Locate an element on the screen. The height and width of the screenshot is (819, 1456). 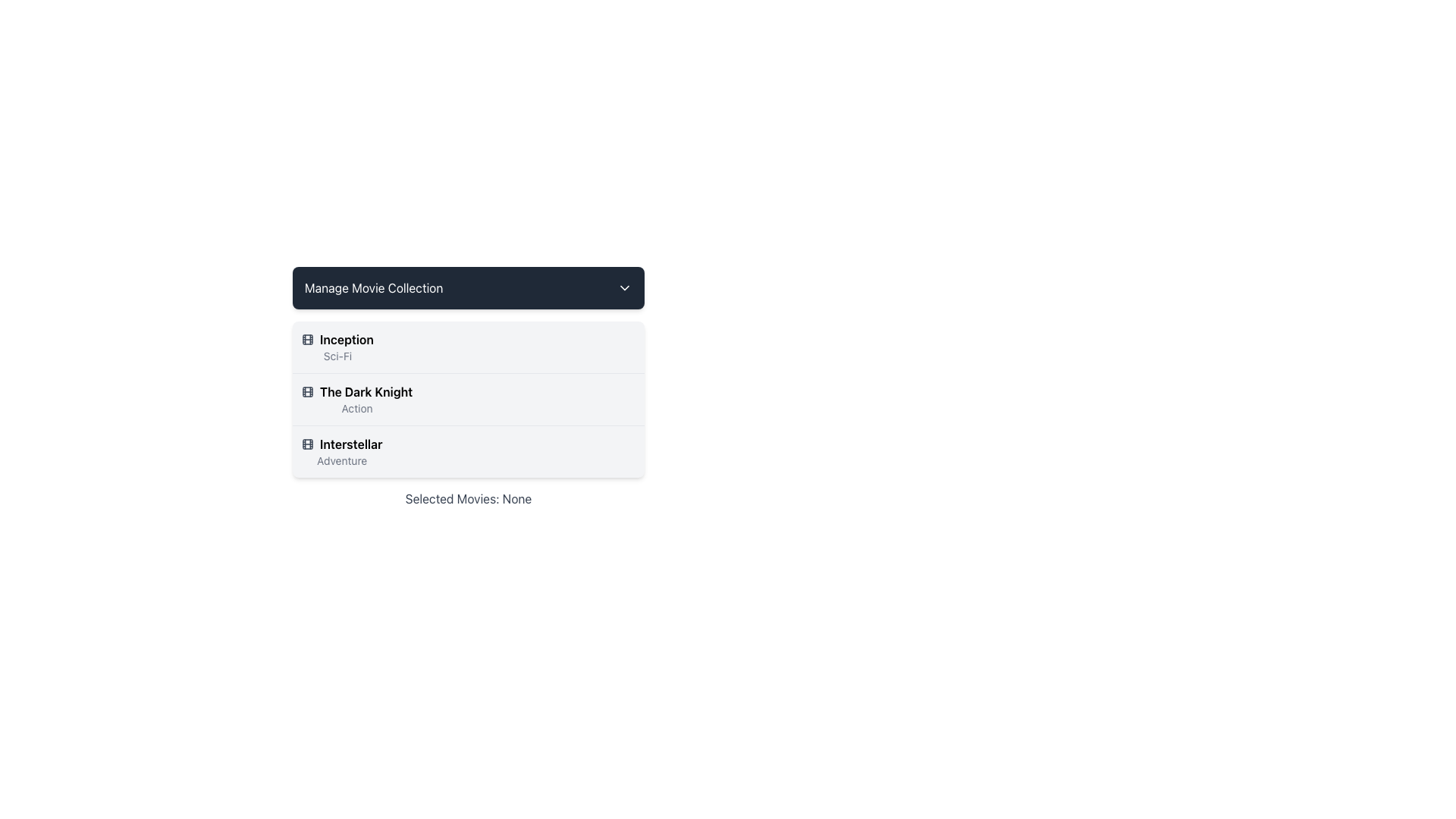
the film reel icon representing the media for 'Interstellar', which is positioned to the left of the text 'Interstellar' and above the description 'Adventure' is located at coordinates (307, 444).